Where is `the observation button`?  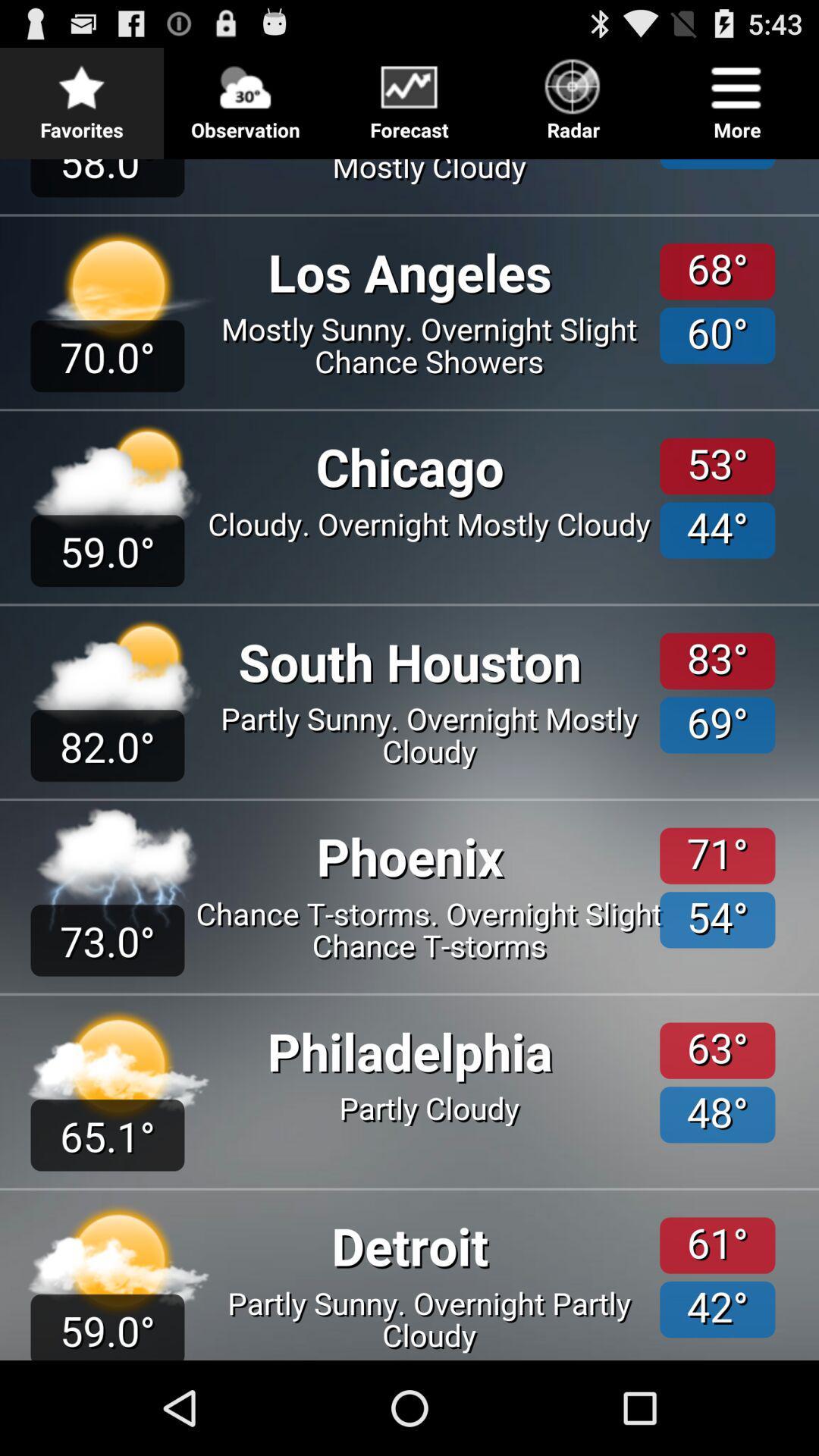
the observation button is located at coordinates (245, 94).